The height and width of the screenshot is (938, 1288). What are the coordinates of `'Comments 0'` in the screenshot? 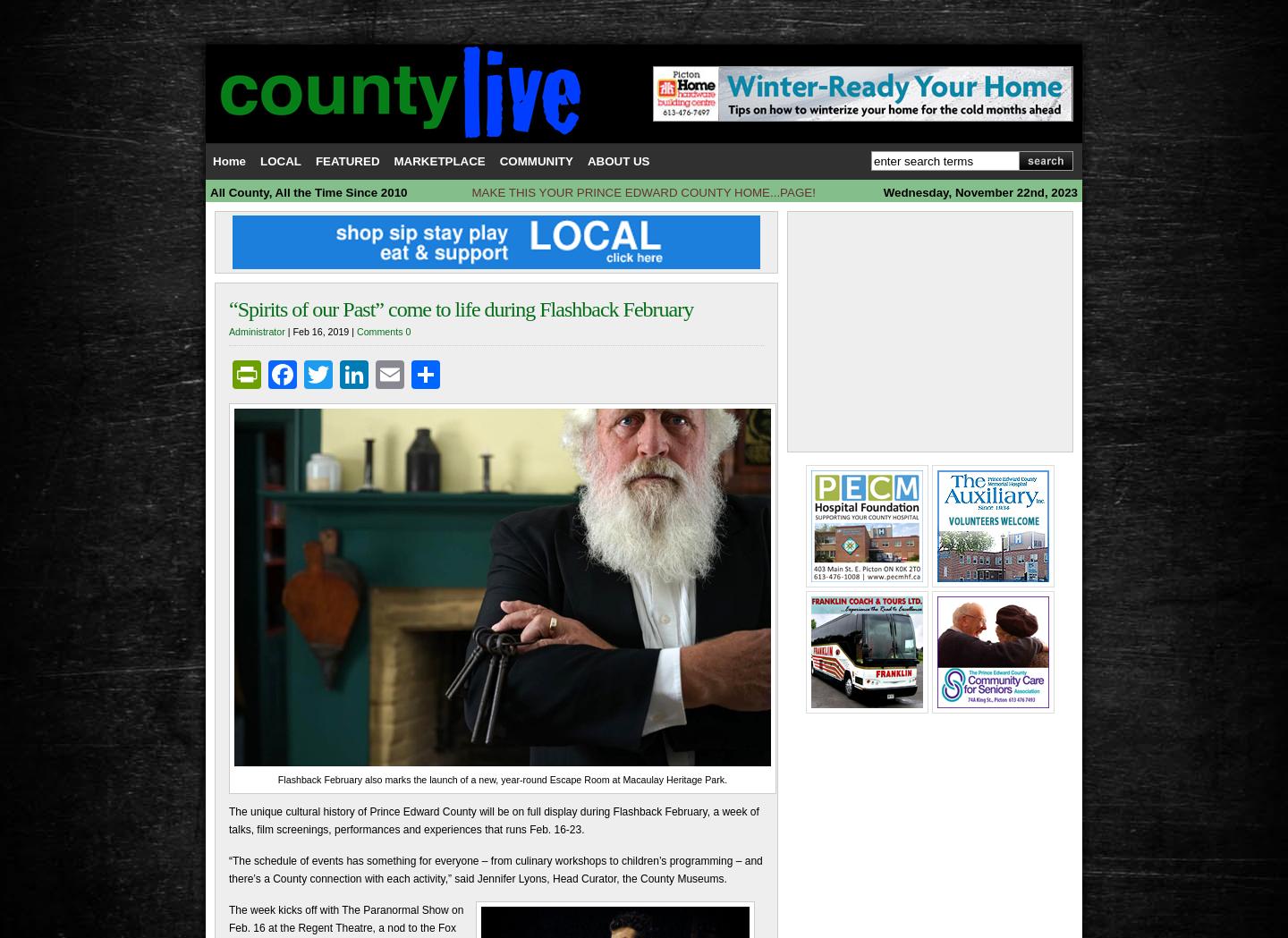 It's located at (383, 330).